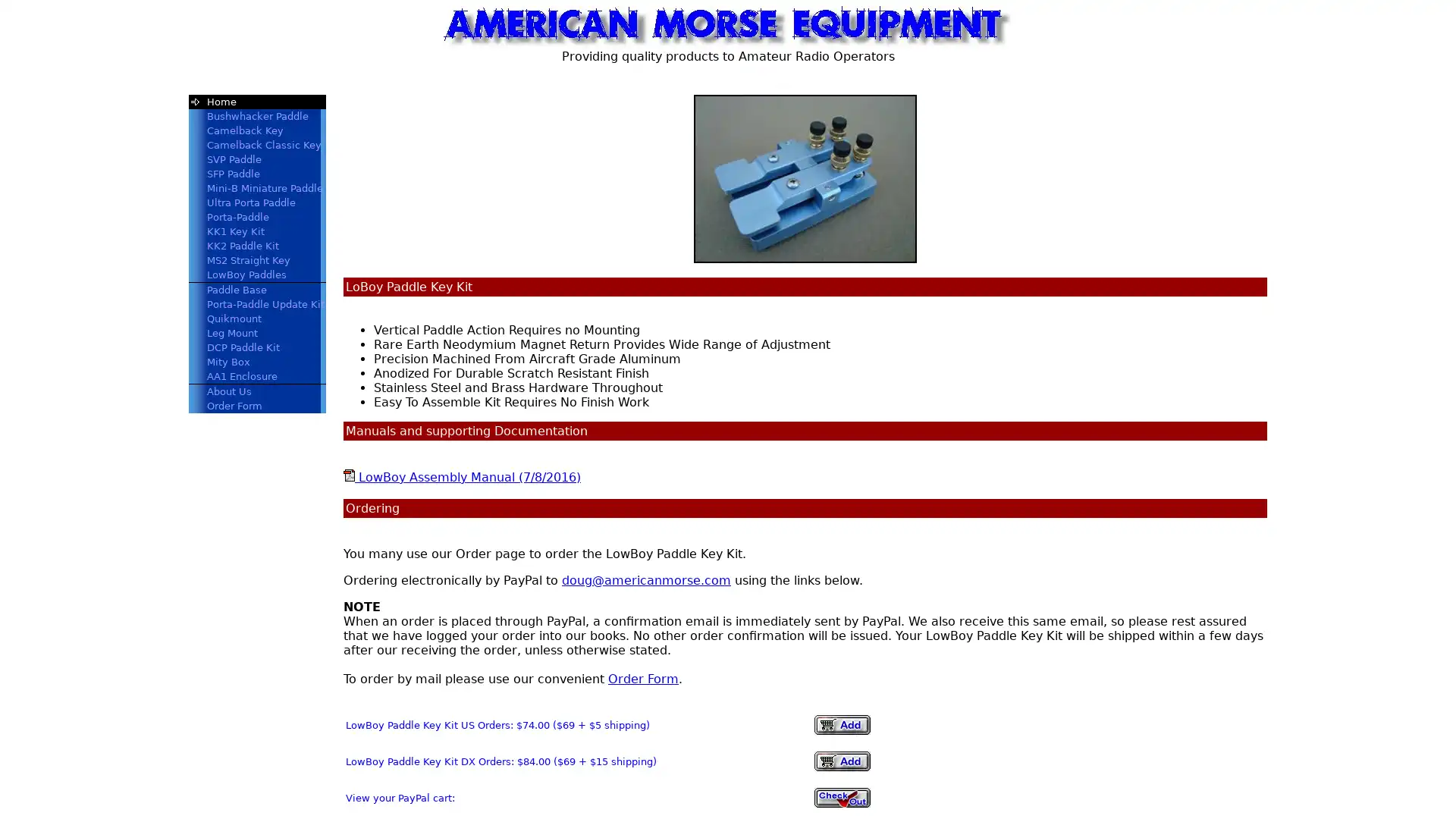 The height and width of the screenshot is (819, 1456). What do you see at coordinates (841, 761) in the screenshot?
I see `Make payments with PayPal - it's fast, free and secure!` at bounding box center [841, 761].